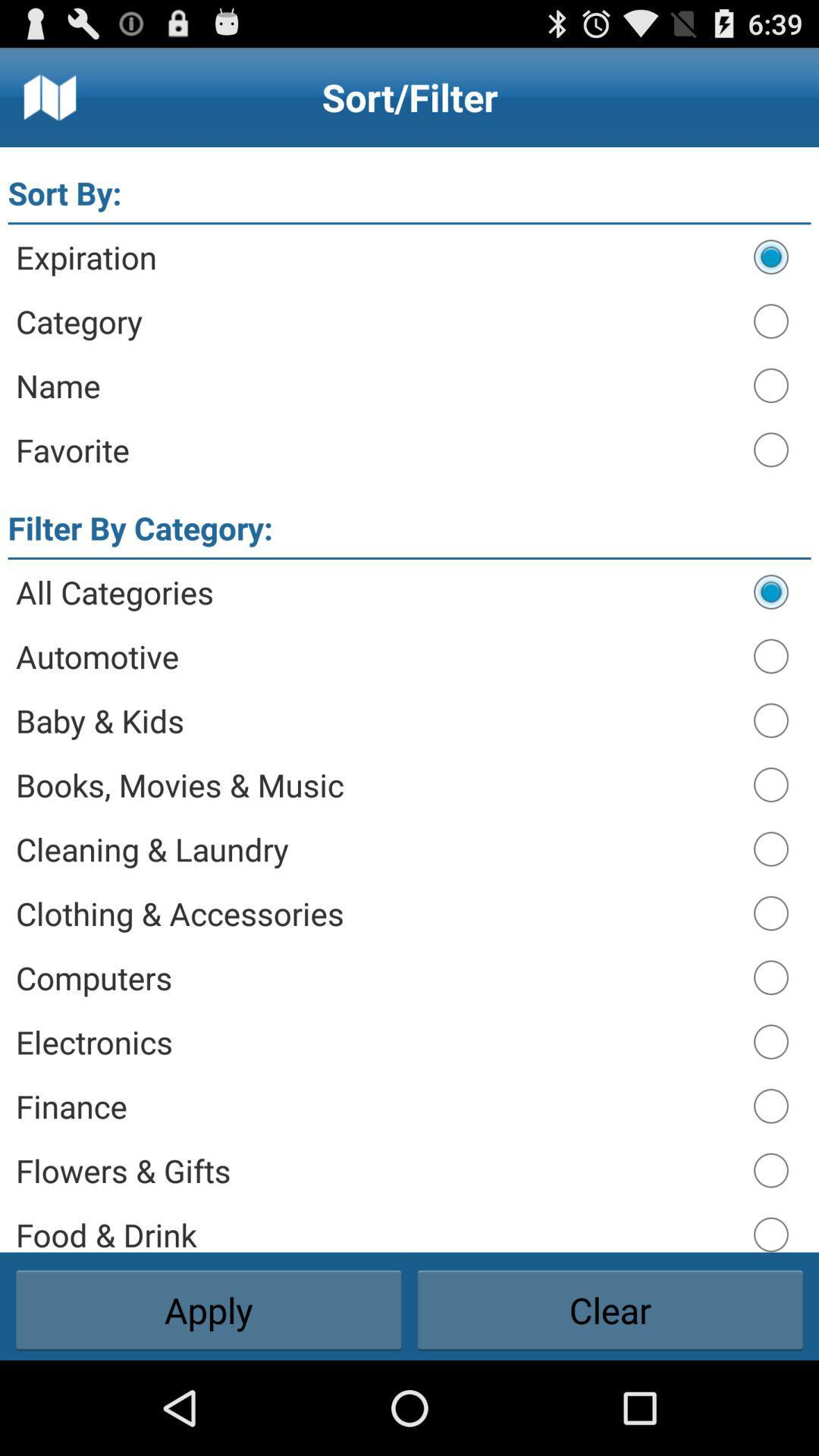 This screenshot has height=1456, width=819. What do you see at coordinates (376, 1106) in the screenshot?
I see `finance icon` at bounding box center [376, 1106].